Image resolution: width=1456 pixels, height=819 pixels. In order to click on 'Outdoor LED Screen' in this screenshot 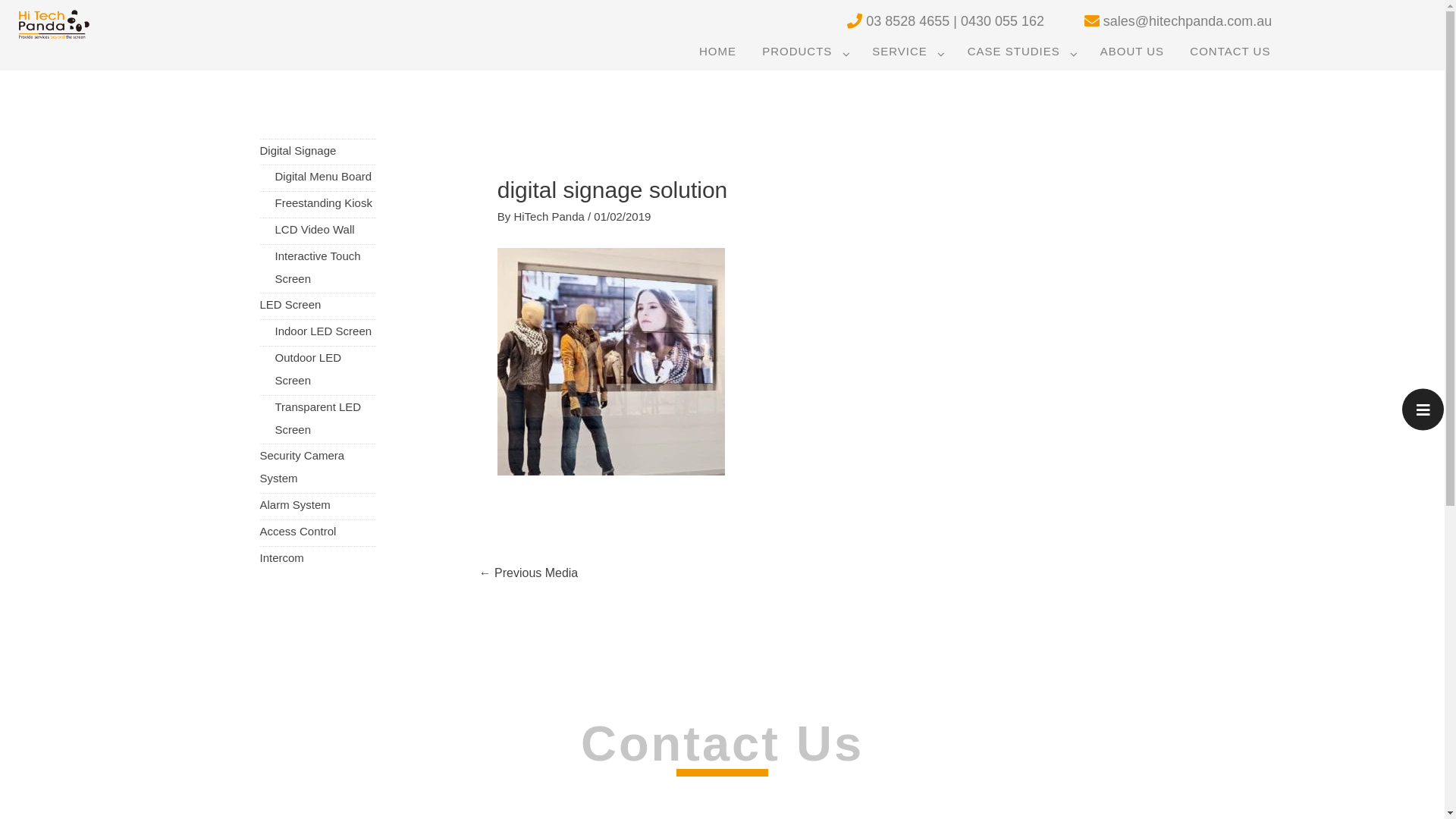, I will do `click(307, 369)`.